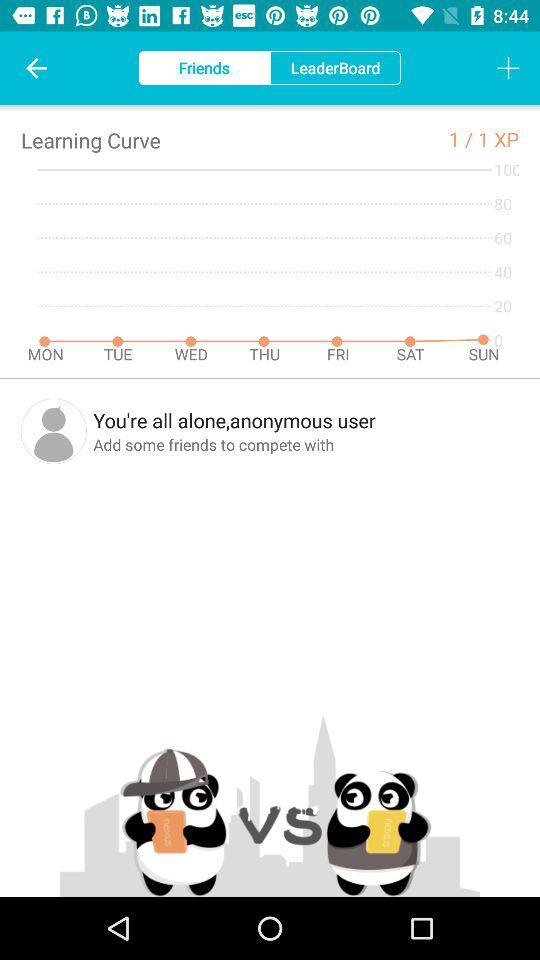 This screenshot has height=960, width=540. What do you see at coordinates (306, 419) in the screenshot?
I see `the you re all icon` at bounding box center [306, 419].